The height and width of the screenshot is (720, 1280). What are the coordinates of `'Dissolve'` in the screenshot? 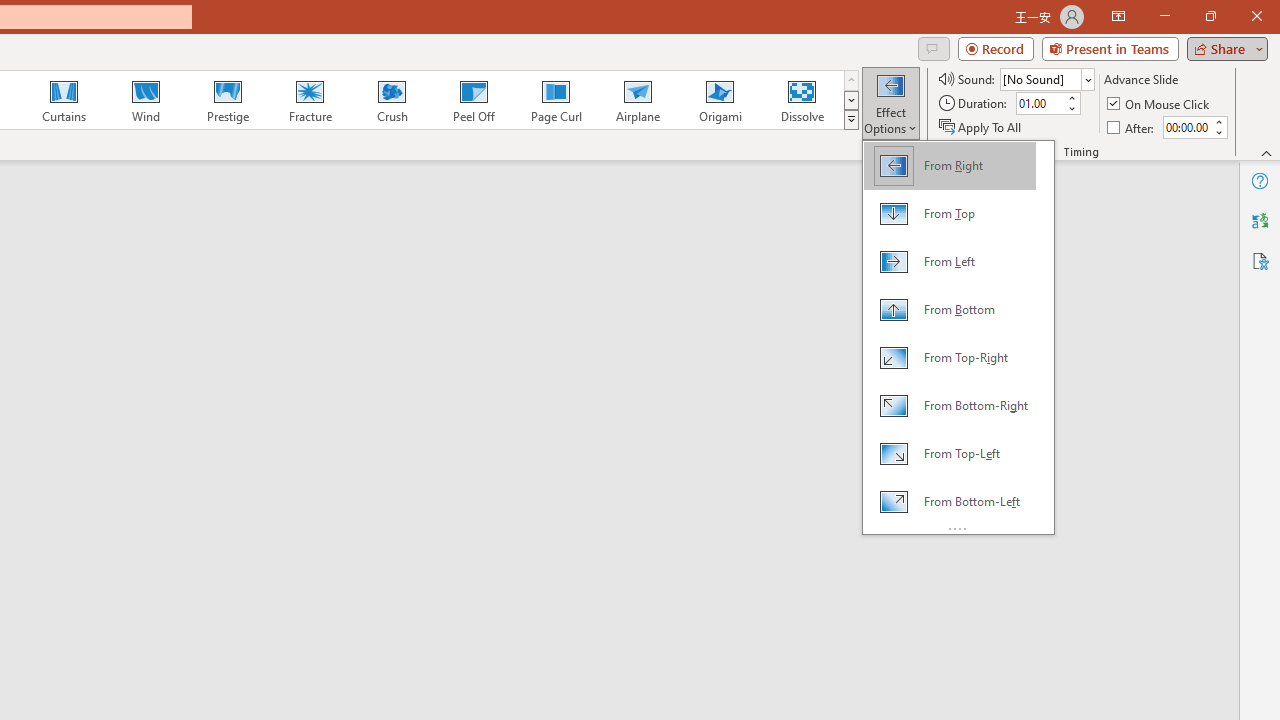 It's located at (802, 100).